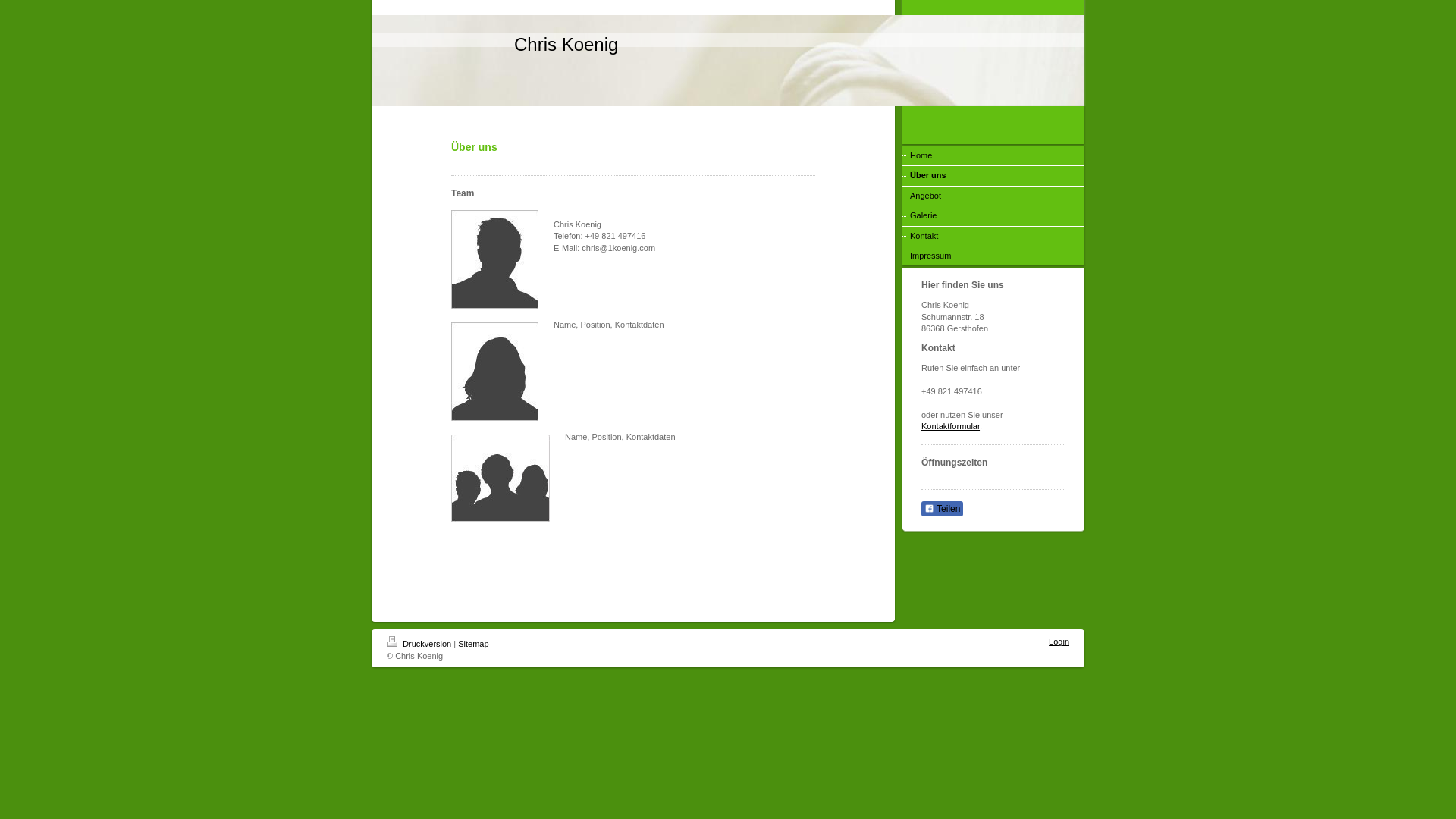 The width and height of the screenshot is (1456, 819). Describe the element at coordinates (993, 155) in the screenshot. I see `'Home'` at that location.